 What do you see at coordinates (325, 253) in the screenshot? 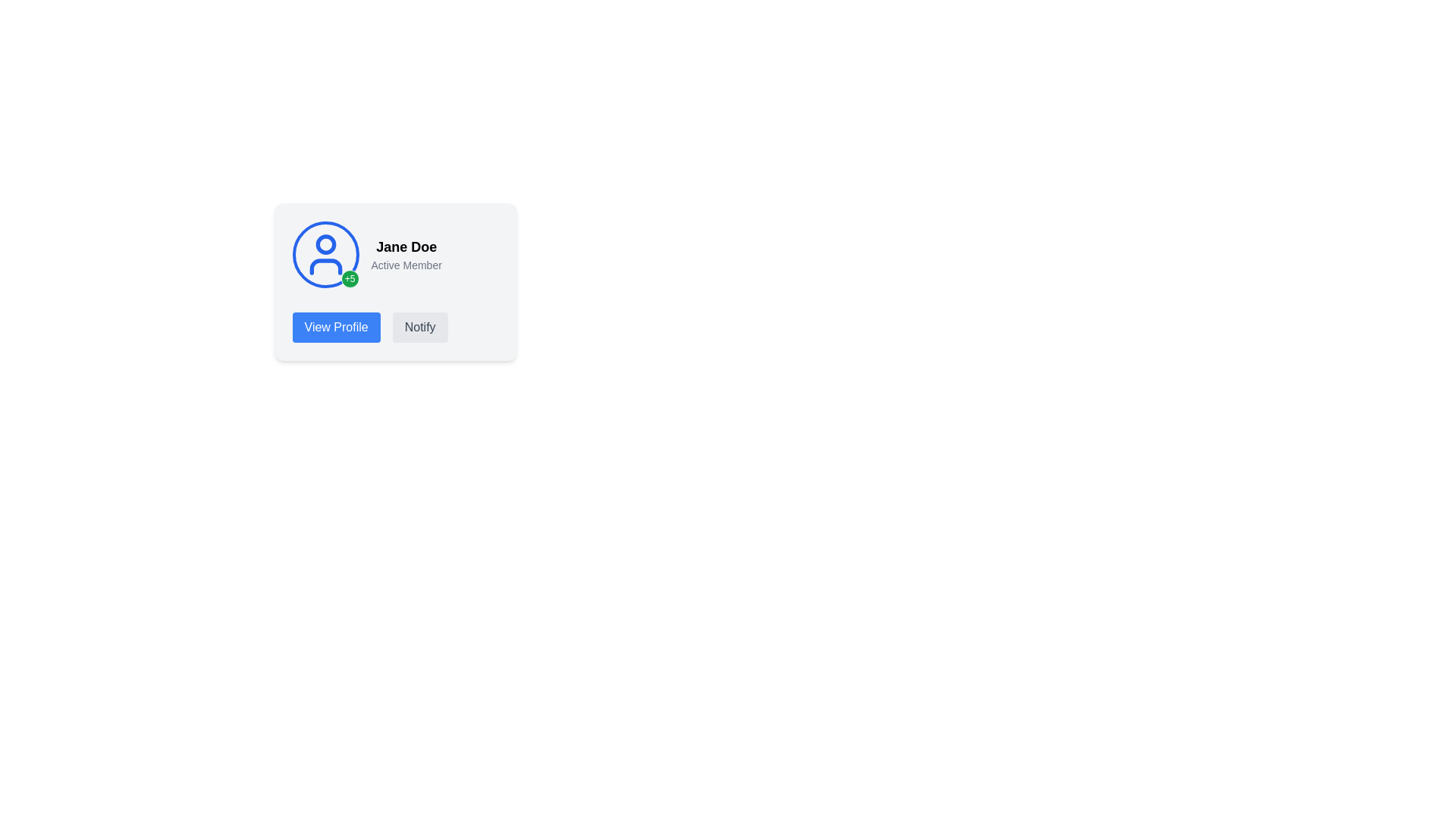
I see `the green circular badge displaying '+5' located at the bottom-right corner of the user profile icon for interaction` at bounding box center [325, 253].